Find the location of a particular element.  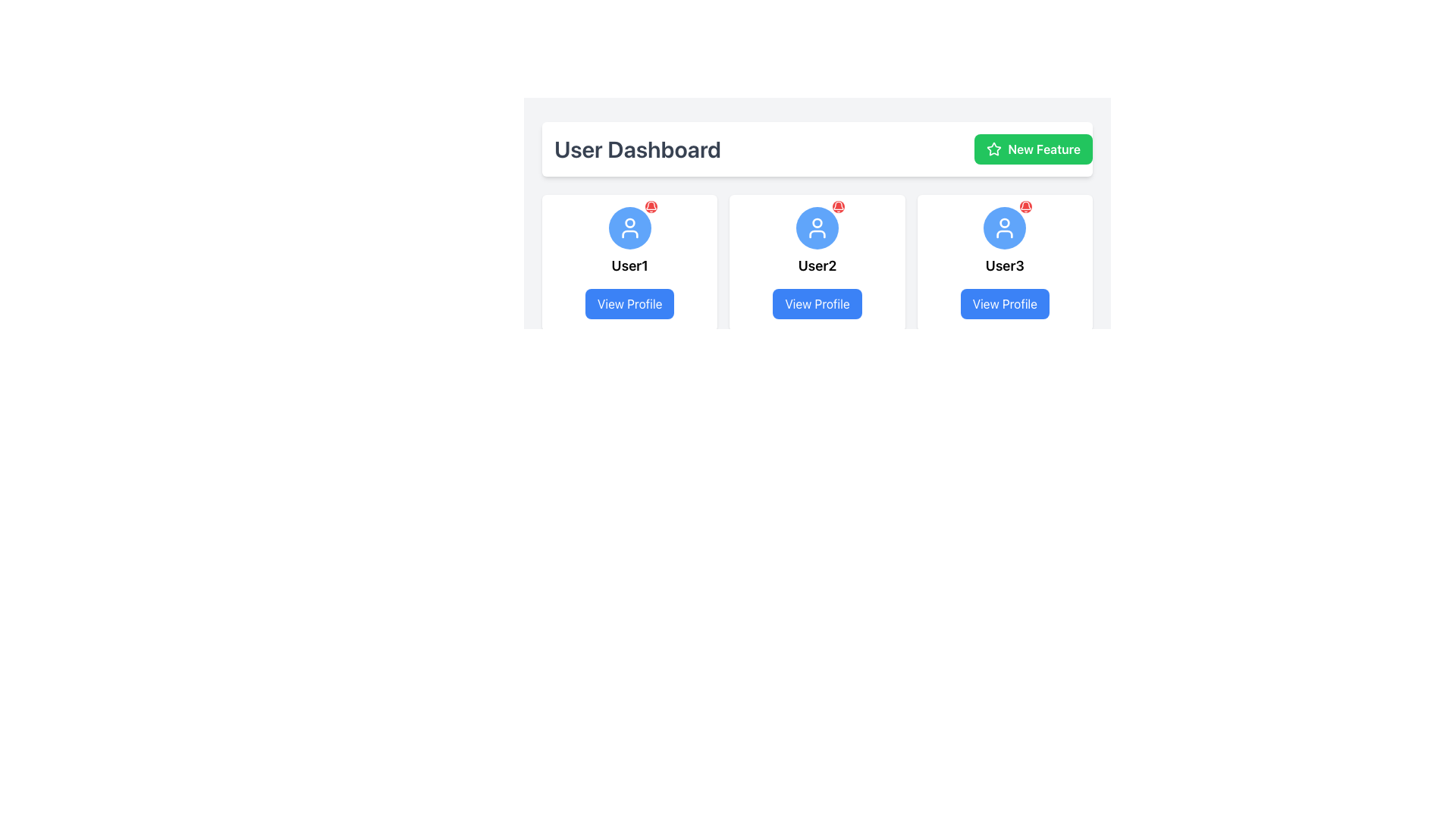

the circular avatar icon with a blue background and white user figure, located at the top of the User1 card is located at coordinates (629, 227).